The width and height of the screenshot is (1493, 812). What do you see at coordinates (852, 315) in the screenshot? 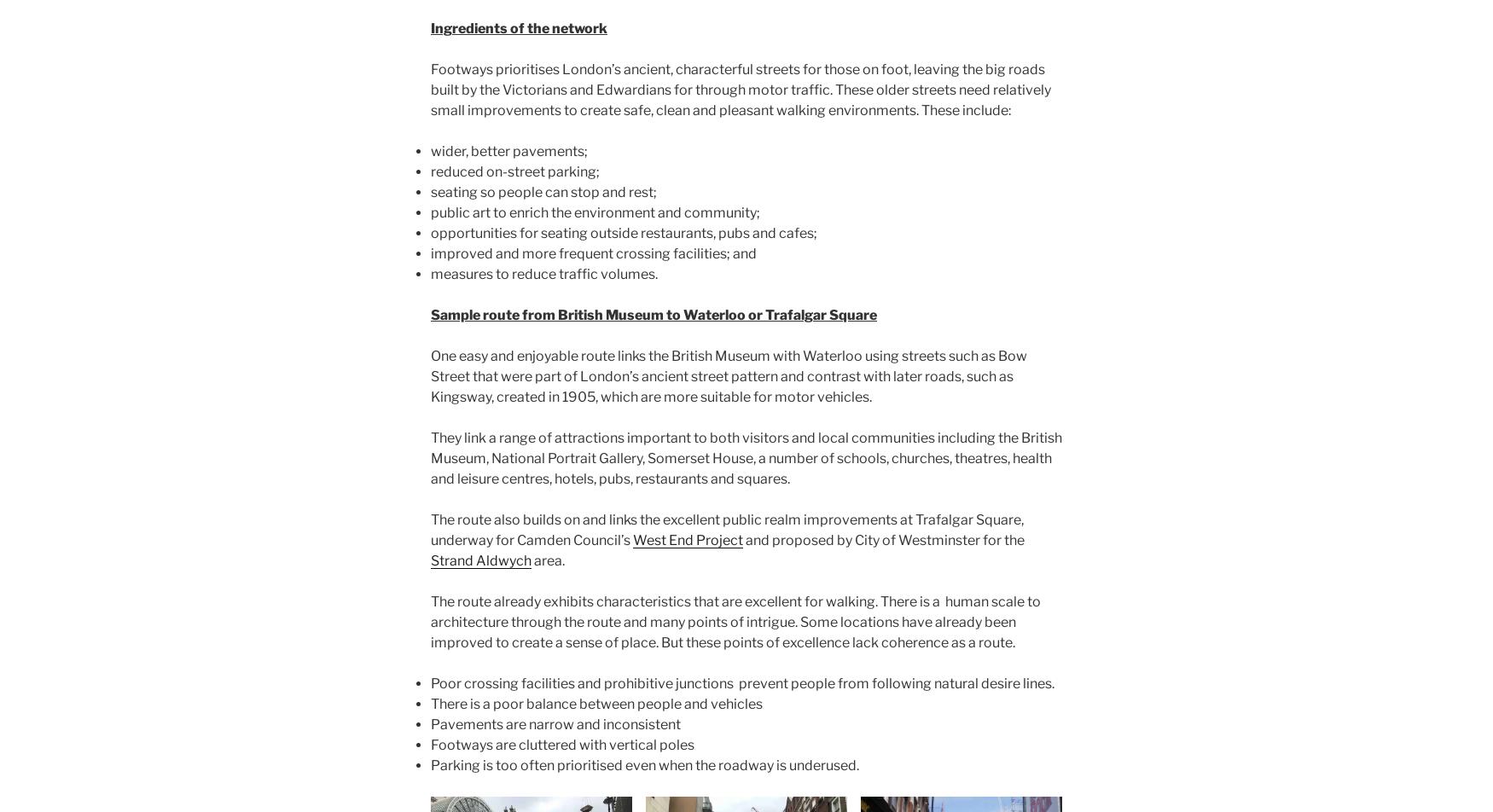
I see `'Square'` at bounding box center [852, 315].